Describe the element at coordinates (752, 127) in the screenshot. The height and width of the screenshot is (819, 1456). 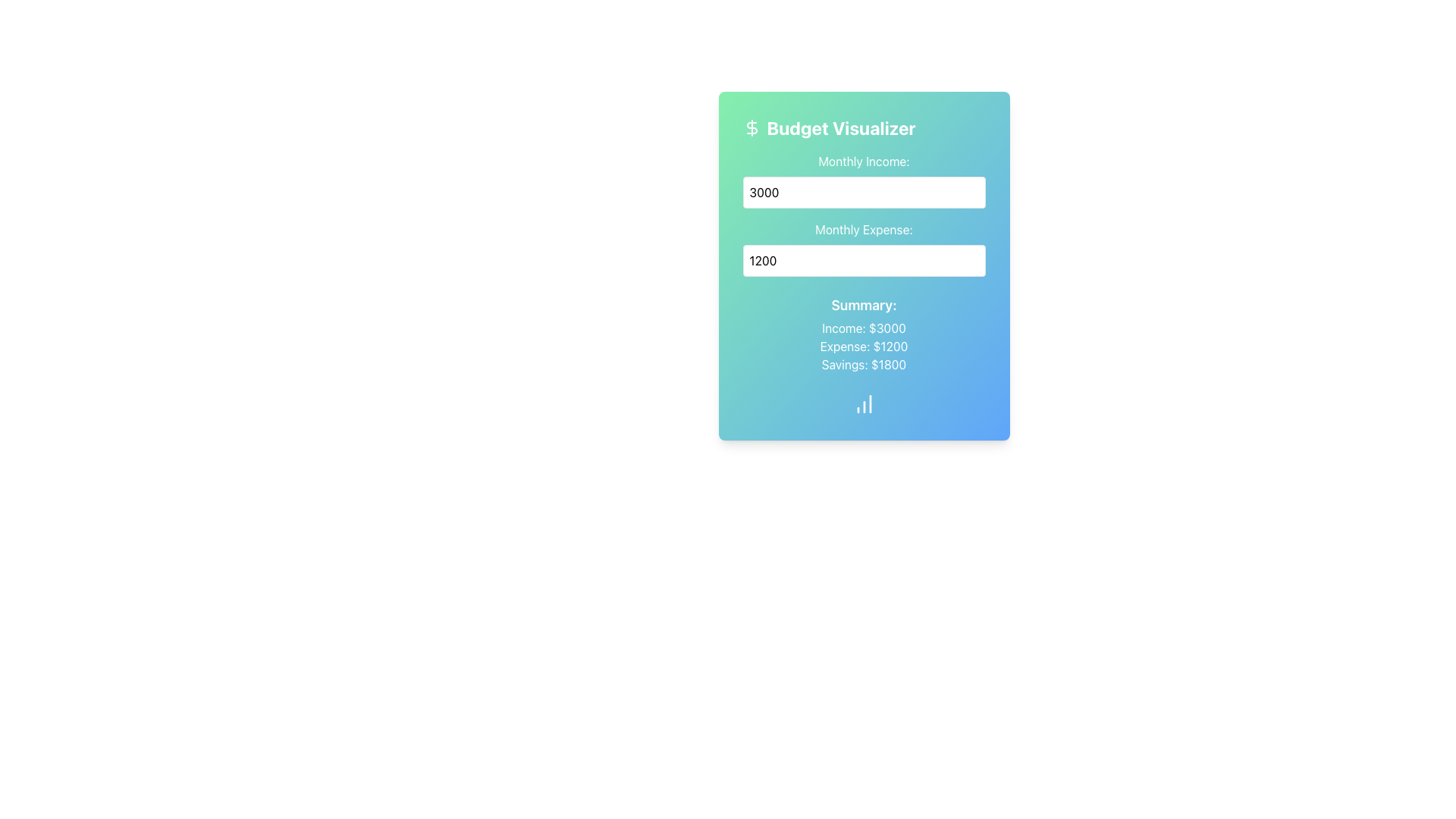
I see `the dollar sign icon with a green background located to the left of the 'Budget Visualizer' heading` at that location.